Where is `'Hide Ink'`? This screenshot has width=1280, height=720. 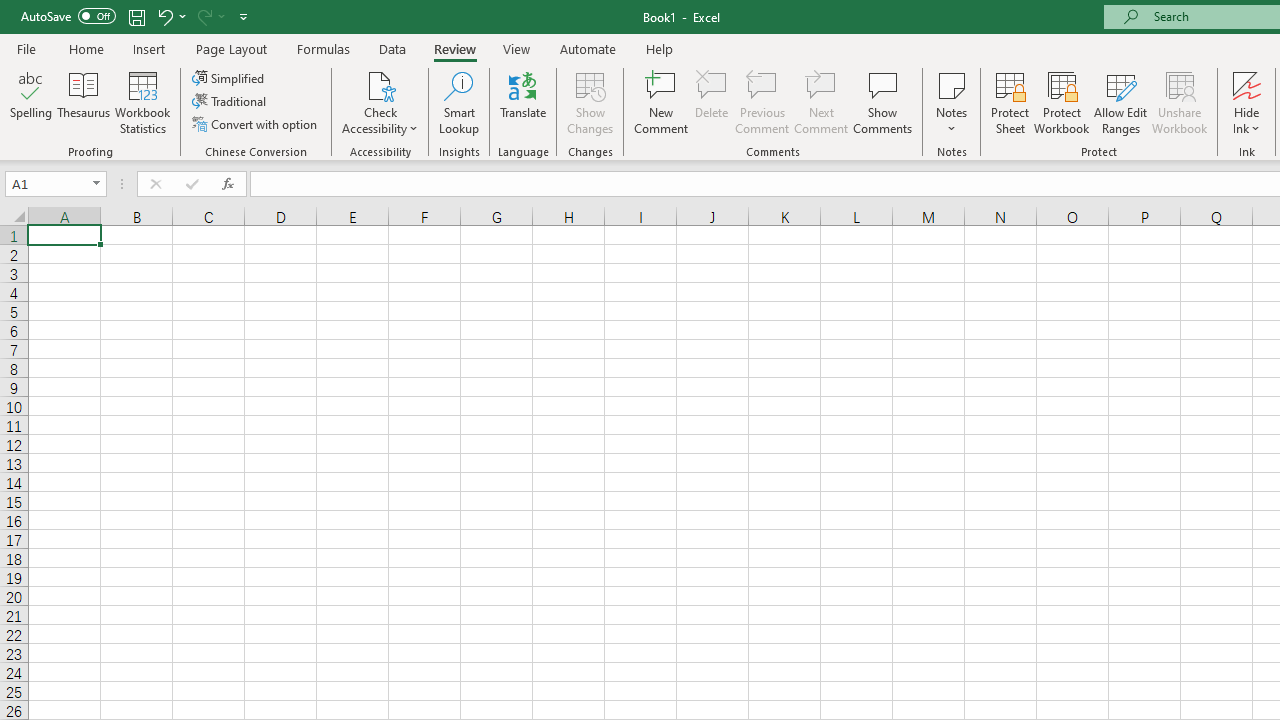 'Hide Ink' is located at coordinates (1246, 103).